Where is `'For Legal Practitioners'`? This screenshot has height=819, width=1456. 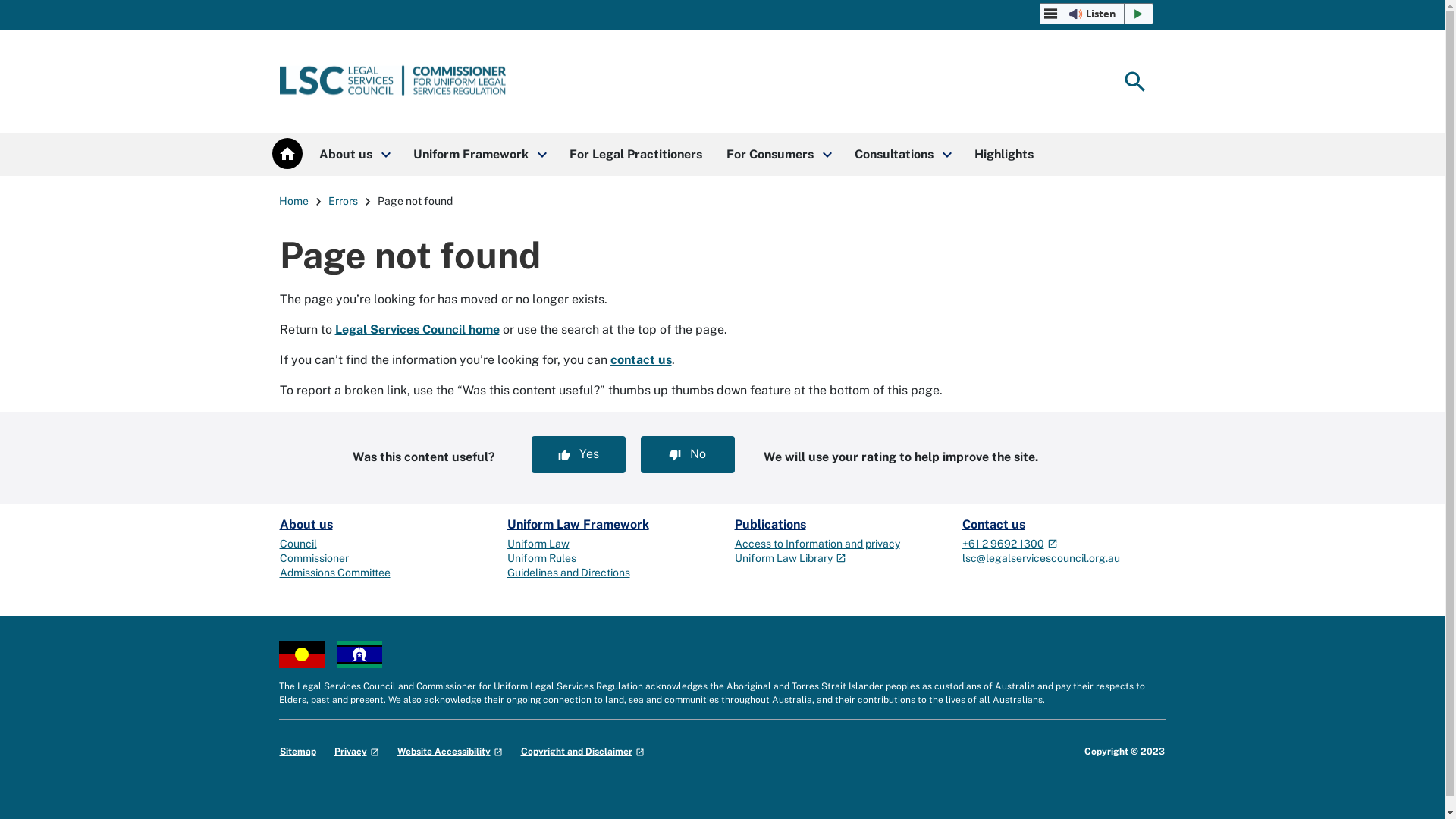 'For Legal Practitioners' is located at coordinates (635, 155).